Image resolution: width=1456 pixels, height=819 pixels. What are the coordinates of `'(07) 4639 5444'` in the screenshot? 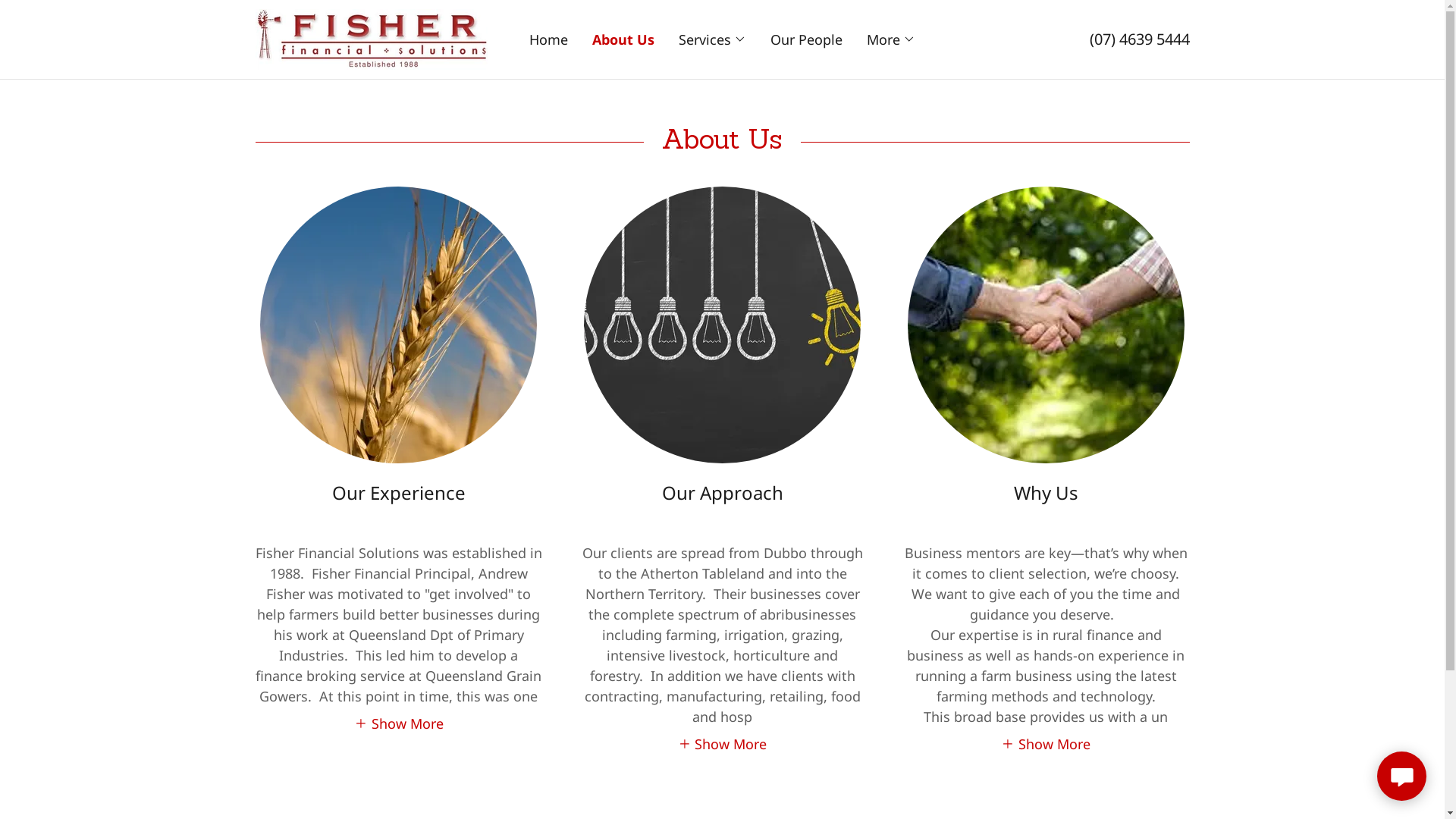 It's located at (1139, 38).